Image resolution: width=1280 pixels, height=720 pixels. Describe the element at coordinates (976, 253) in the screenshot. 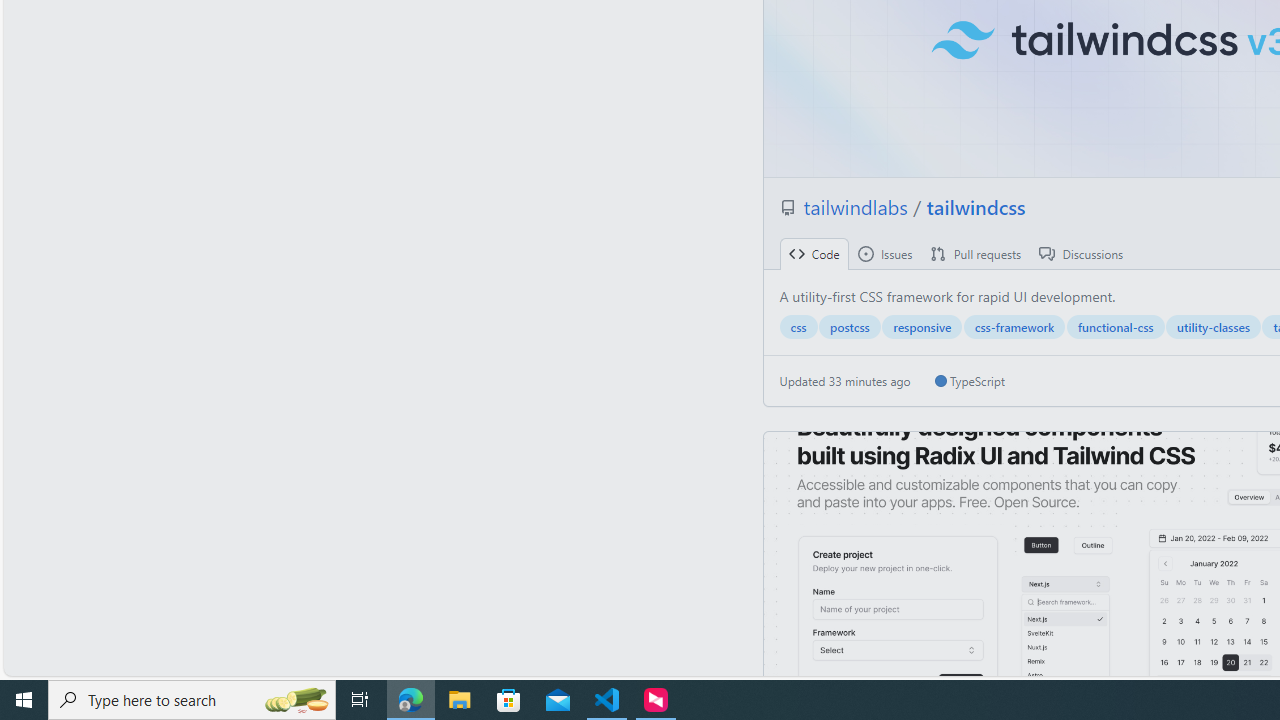

I see `' Pull requests'` at that location.